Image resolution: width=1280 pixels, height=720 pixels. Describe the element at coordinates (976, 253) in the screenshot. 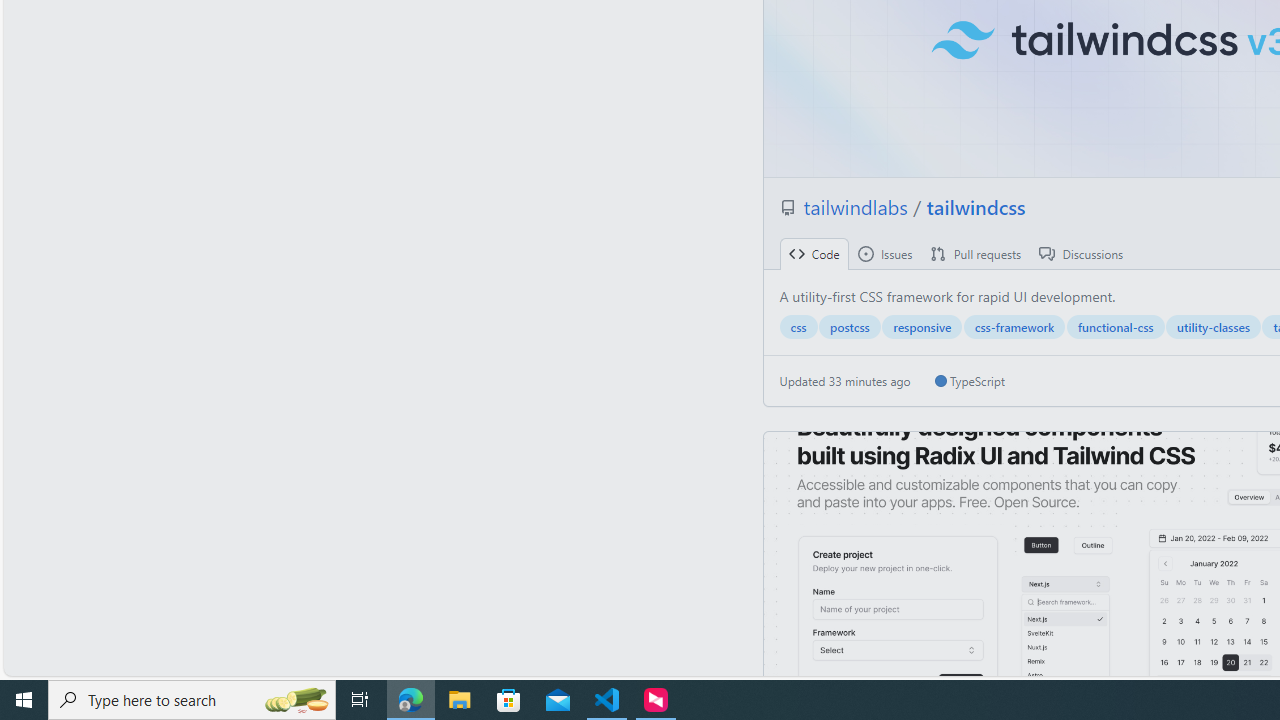

I see `' Pull requests'` at that location.